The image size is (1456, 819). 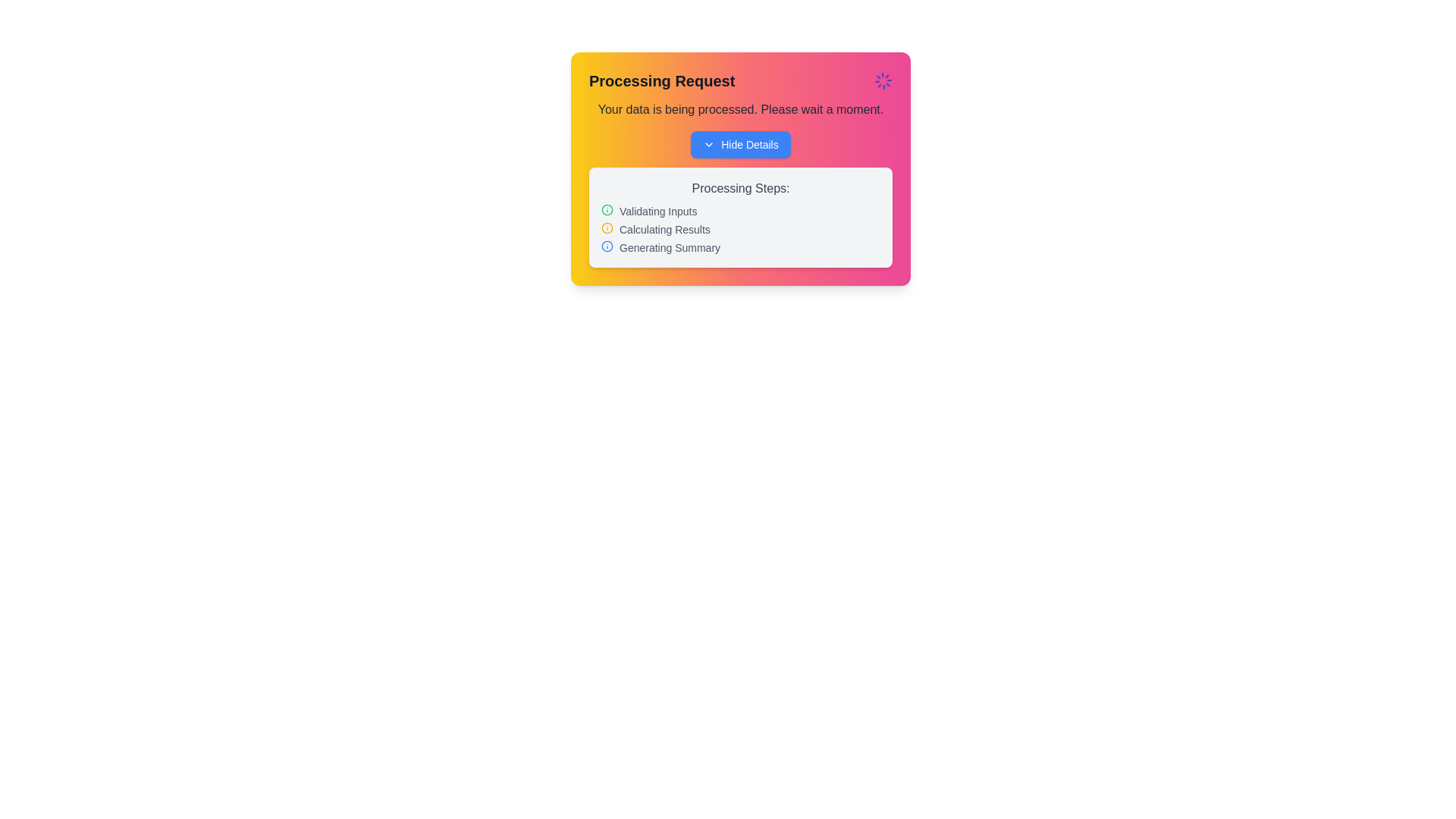 I want to click on the small, downward-facing chevron arrow icon located to the immediate left of the 'Hide Details' text button, which is in the upper part of the card displaying the 'Processing Request' title, so click(x=708, y=145).